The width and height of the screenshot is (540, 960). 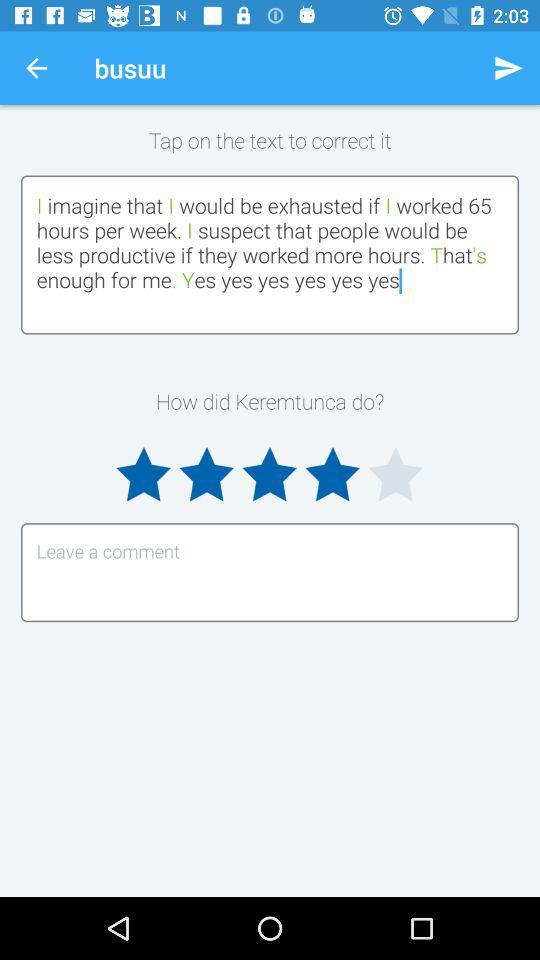 What do you see at coordinates (508, 68) in the screenshot?
I see `the icon to the right of busuu item` at bounding box center [508, 68].